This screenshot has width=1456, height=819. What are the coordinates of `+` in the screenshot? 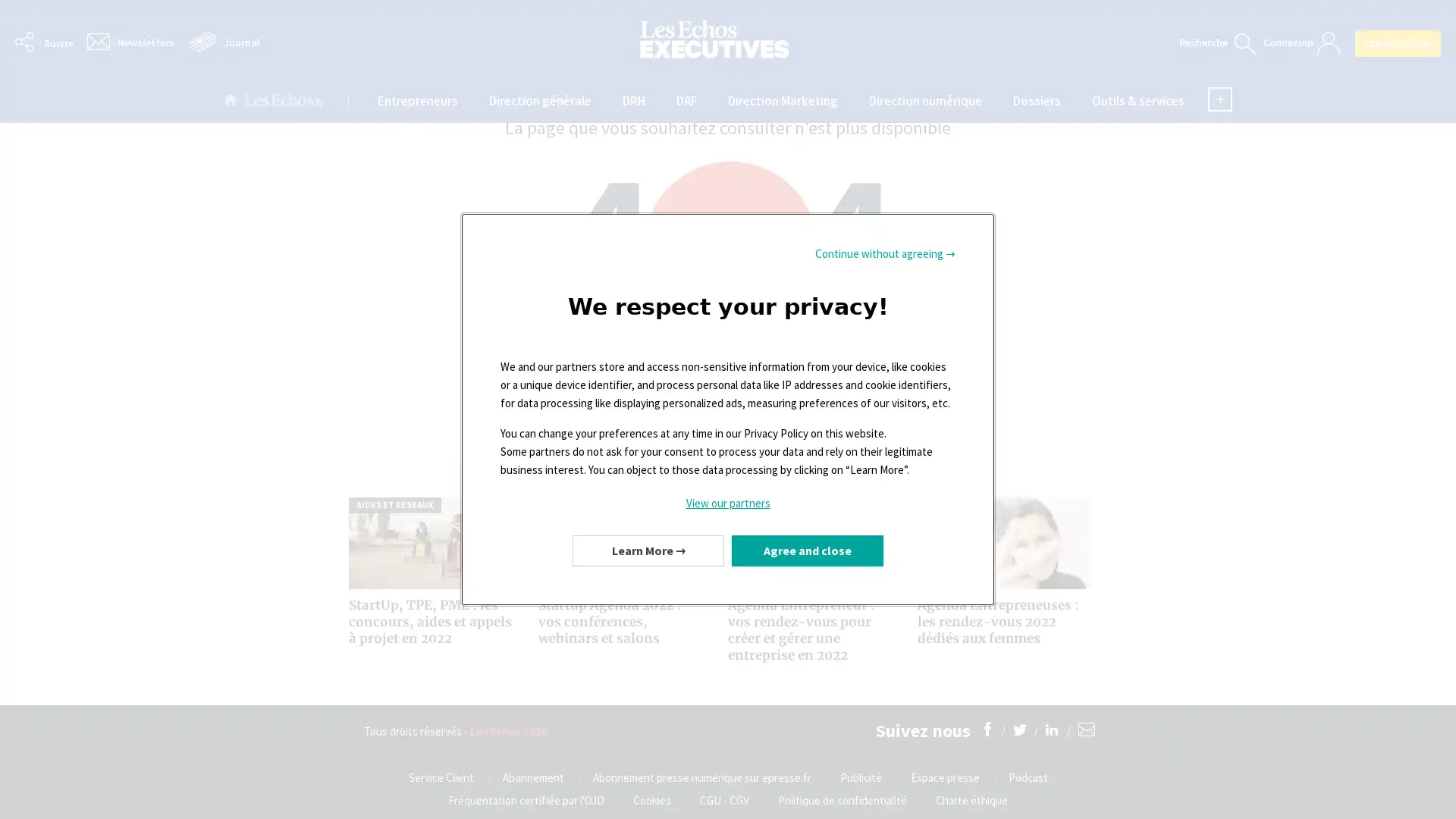 It's located at (1219, 99).